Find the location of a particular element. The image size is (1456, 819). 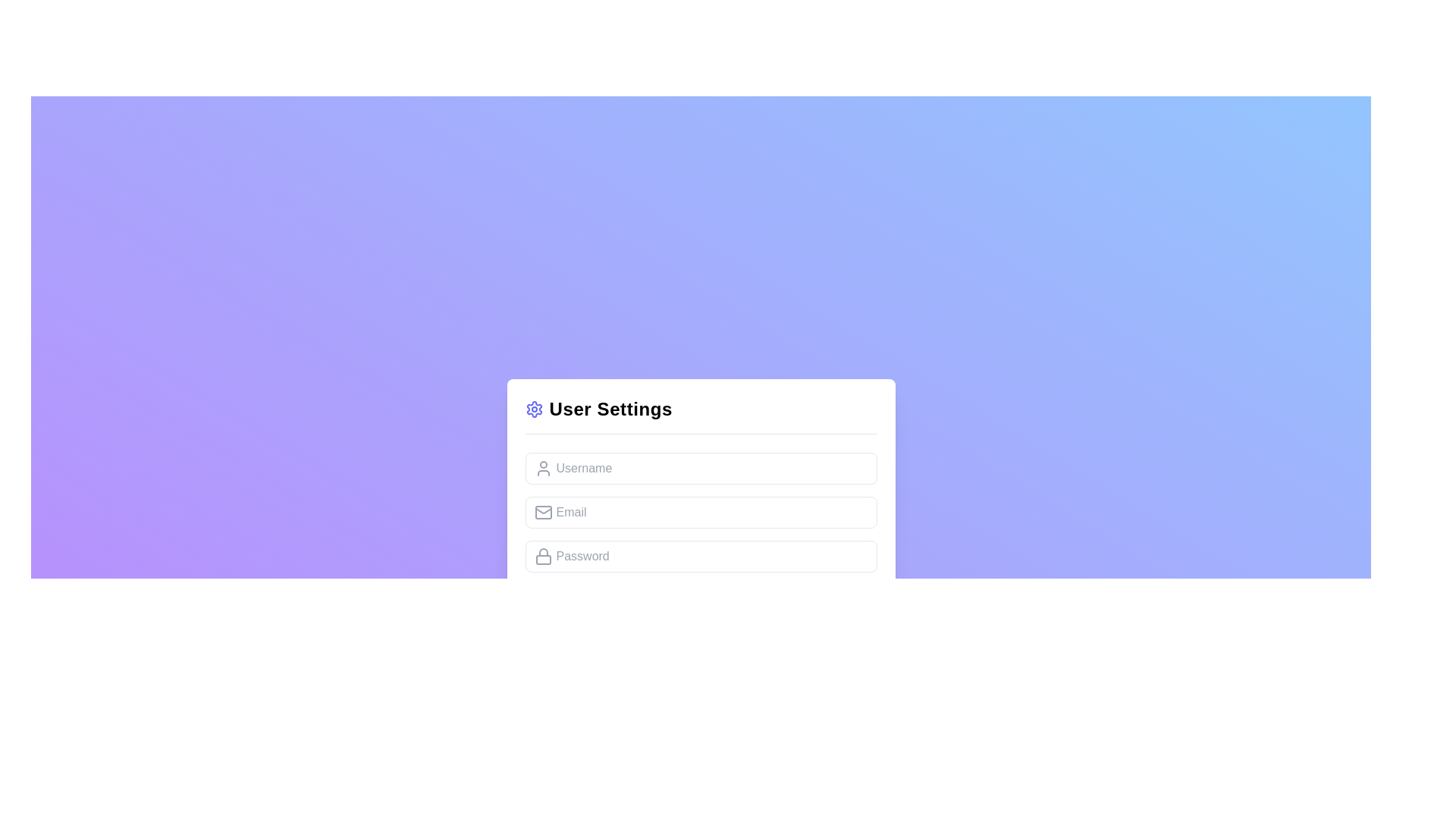

the email icon located to the left of the input field labeled 'Email' in the user data entry form is located at coordinates (543, 512).